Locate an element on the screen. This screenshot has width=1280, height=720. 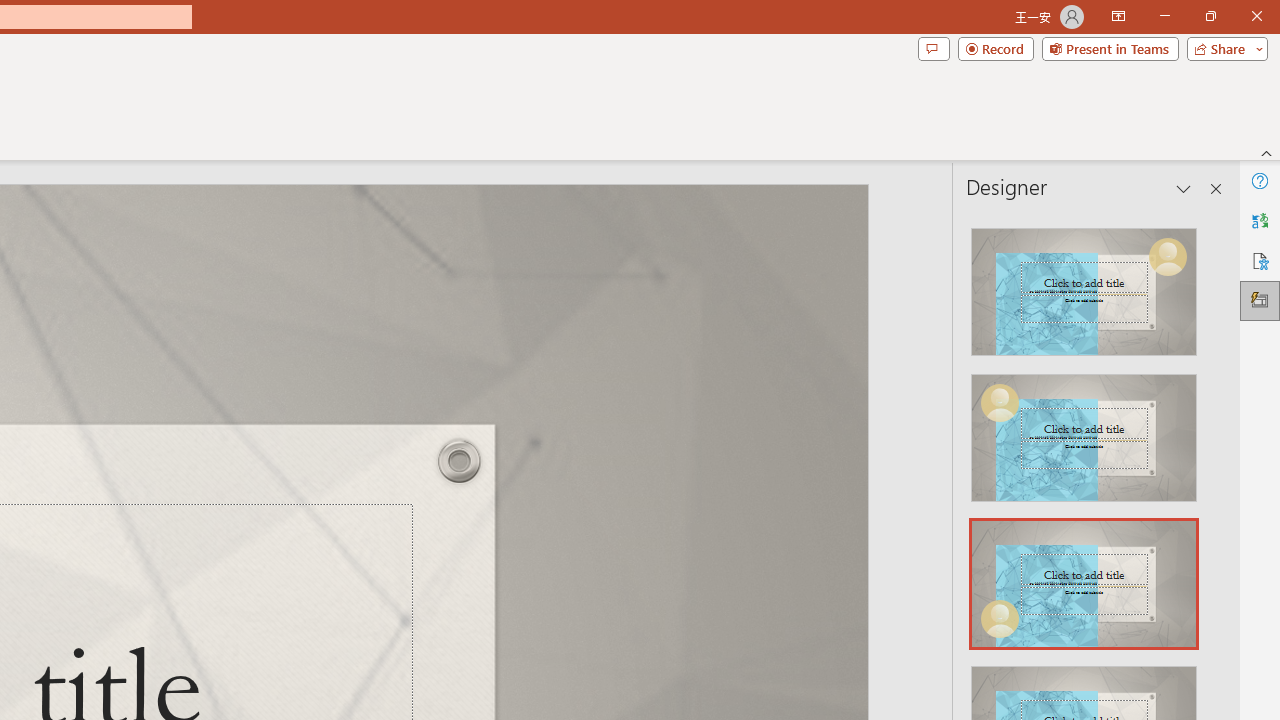
'Design Idea' is located at coordinates (1083, 577).